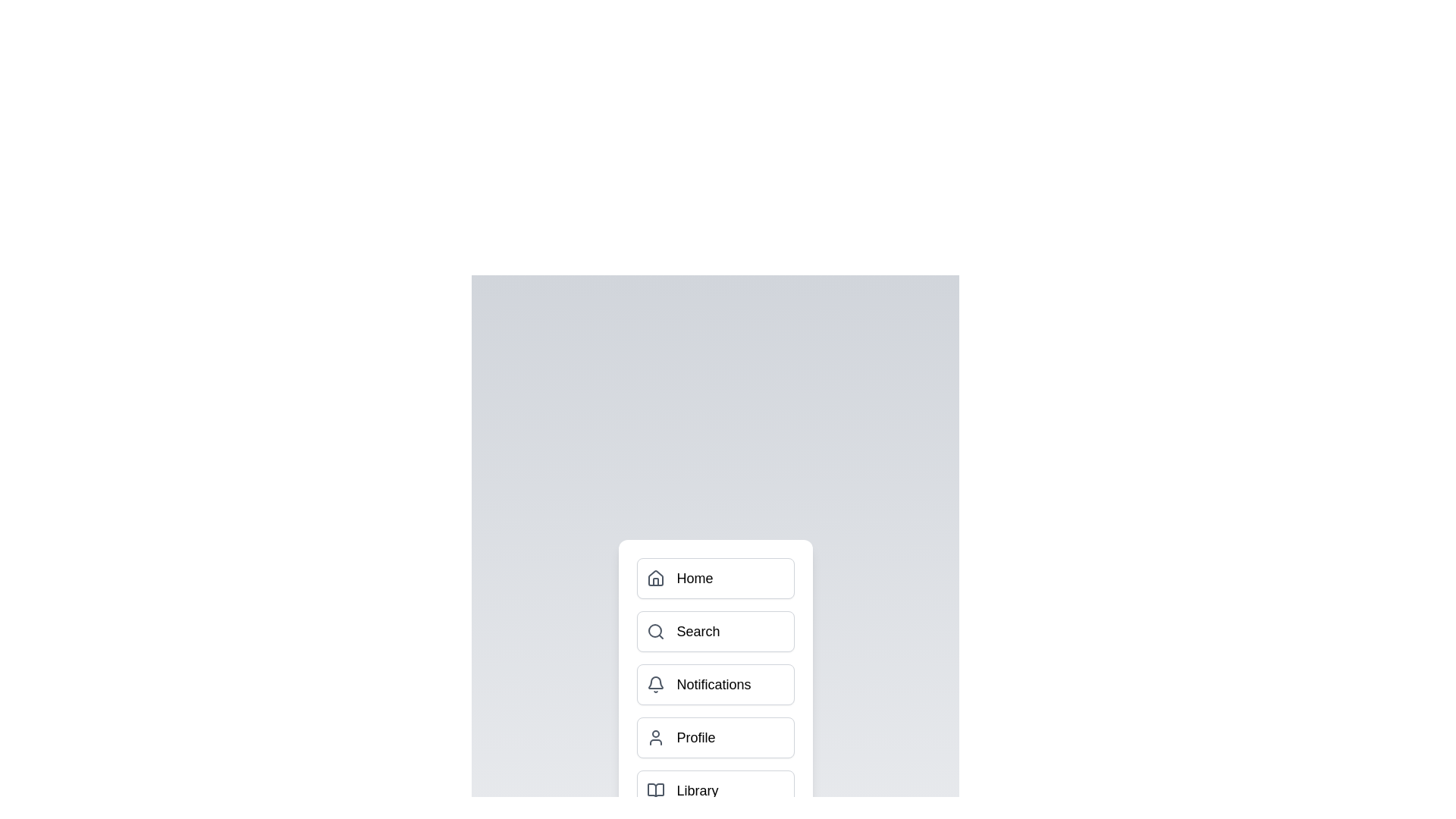 Image resolution: width=1456 pixels, height=819 pixels. What do you see at coordinates (714, 684) in the screenshot?
I see `the menu item button labeled Notifications to toggle its submenu` at bounding box center [714, 684].